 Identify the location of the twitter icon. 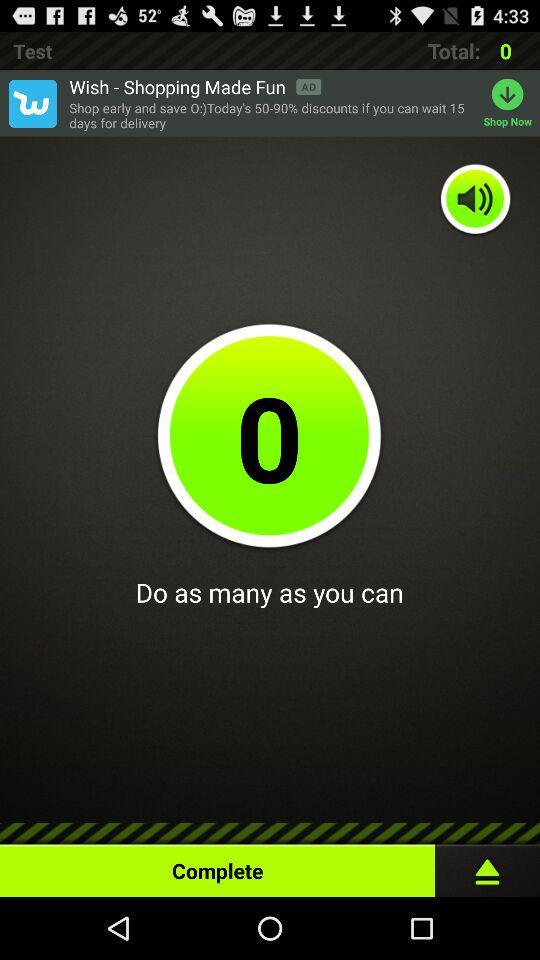
(31, 110).